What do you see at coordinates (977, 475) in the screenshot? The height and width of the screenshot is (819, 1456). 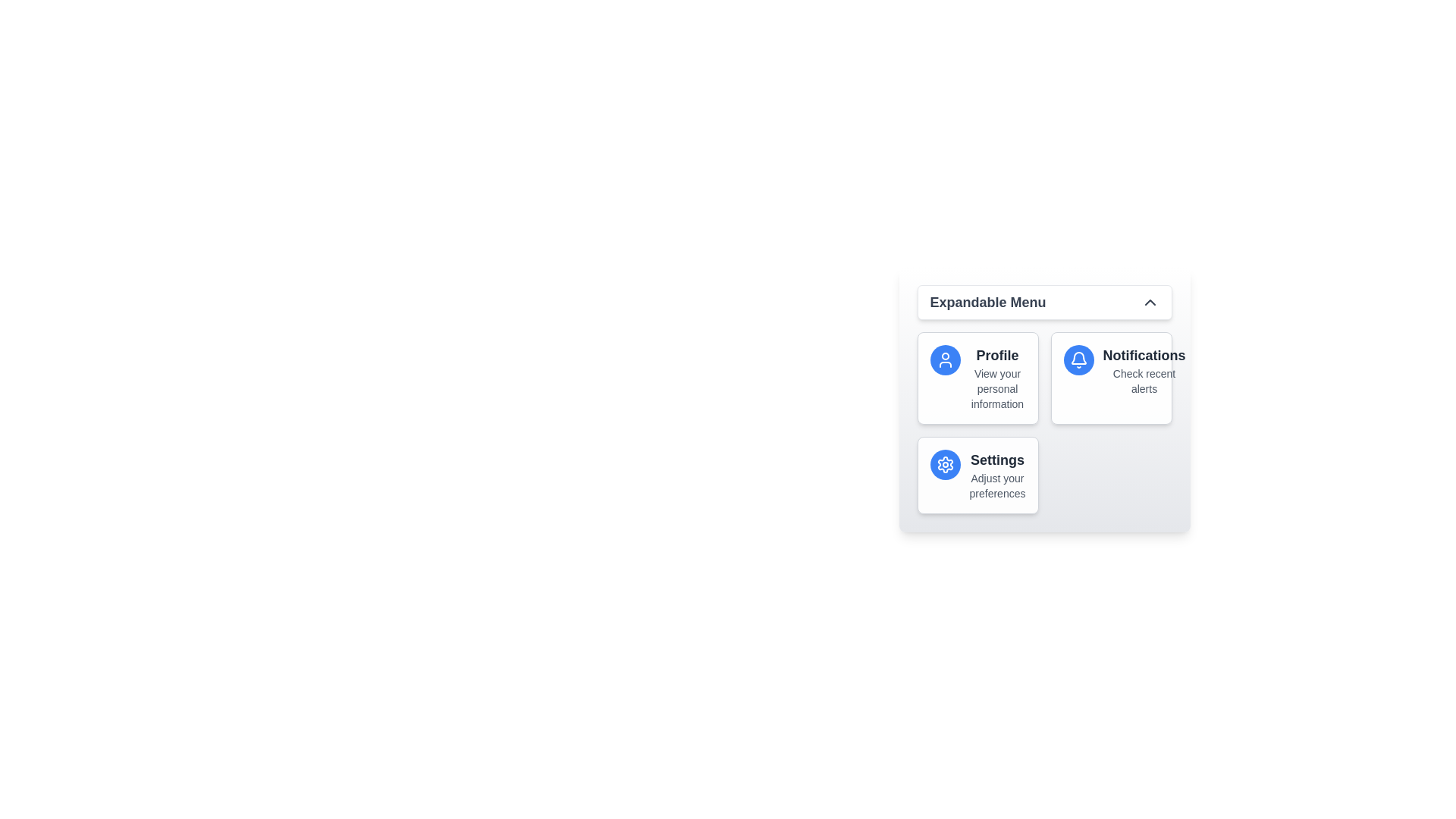 I see `the menu item labeled Settings` at bounding box center [977, 475].